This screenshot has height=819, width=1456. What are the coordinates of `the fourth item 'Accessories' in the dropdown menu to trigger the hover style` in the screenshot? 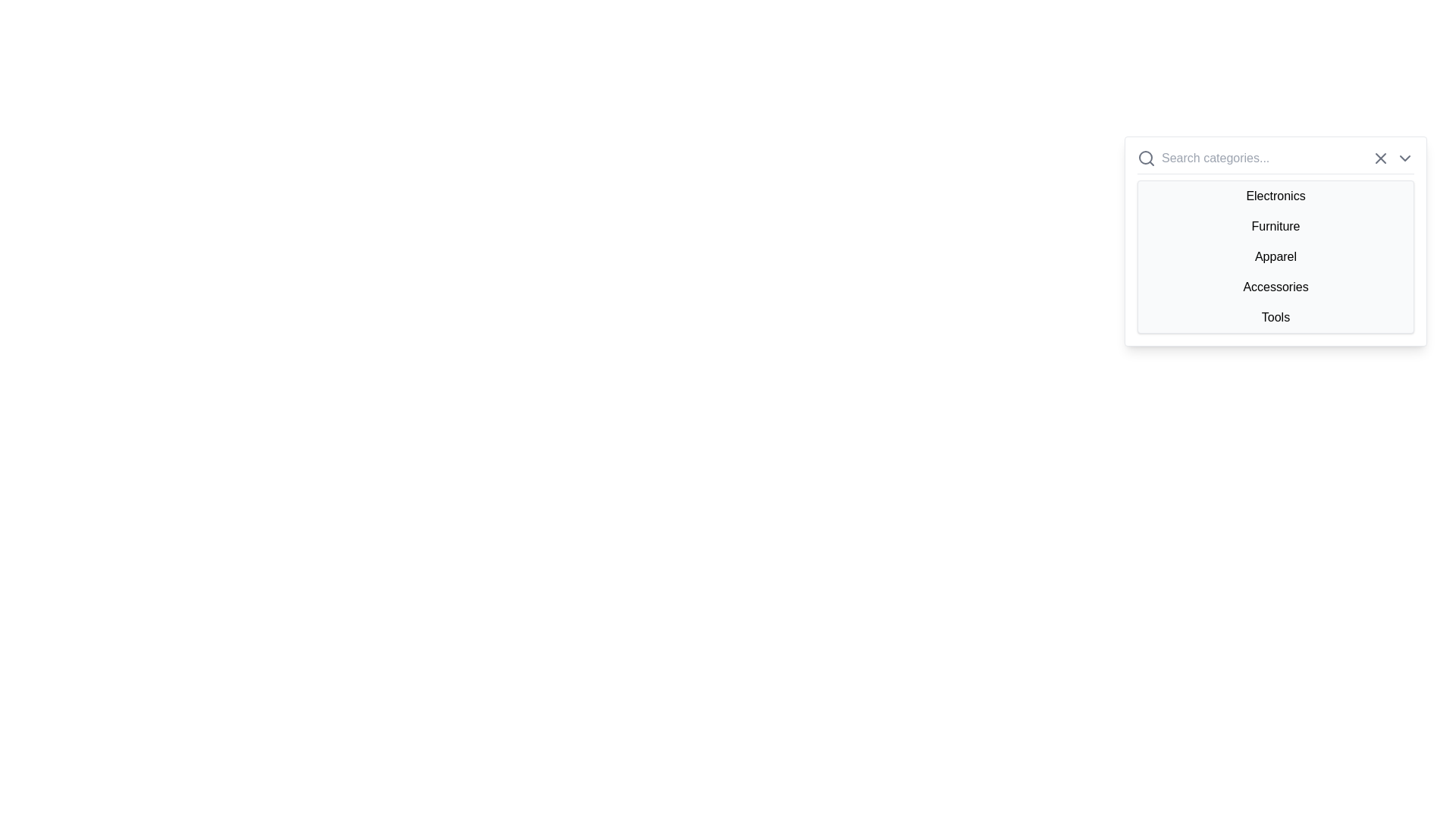 It's located at (1275, 287).